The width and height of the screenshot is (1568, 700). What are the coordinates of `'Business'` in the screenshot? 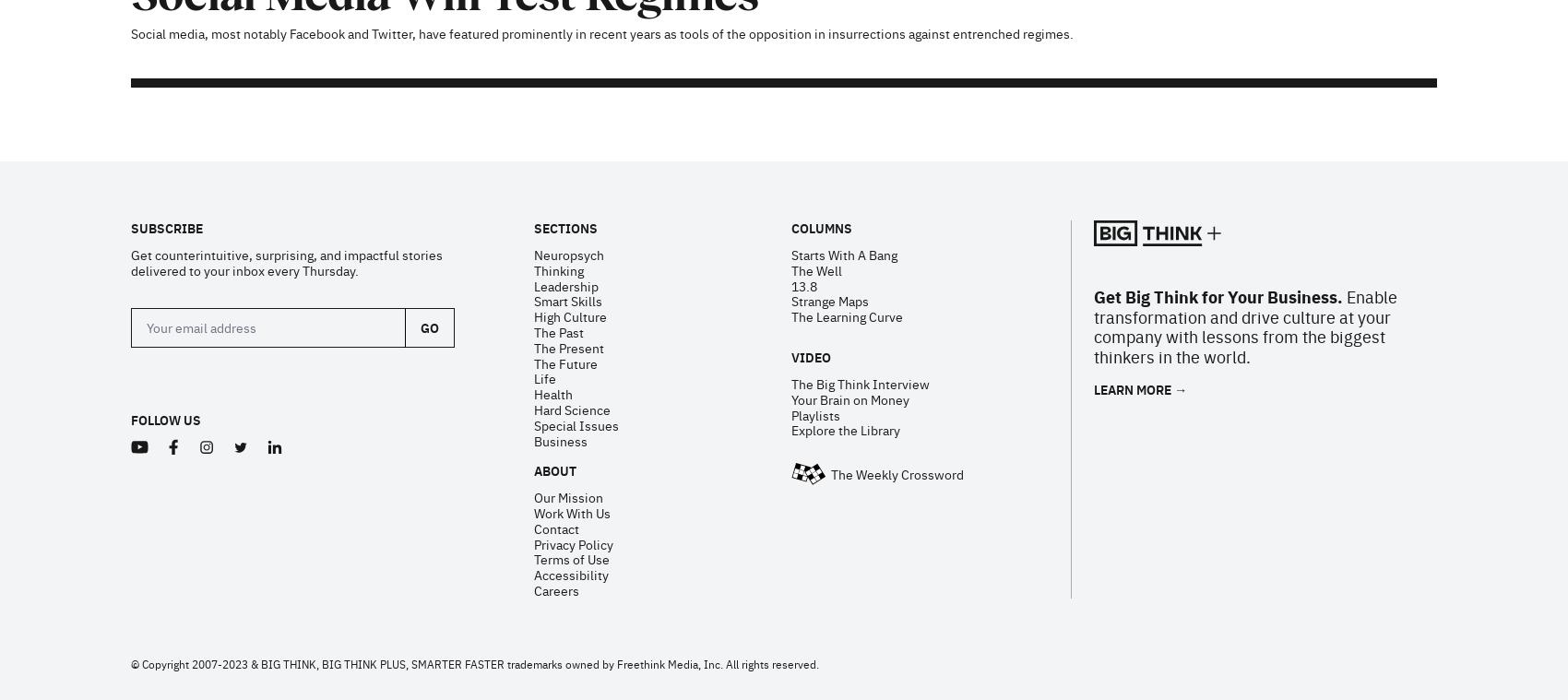 It's located at (532, 200).